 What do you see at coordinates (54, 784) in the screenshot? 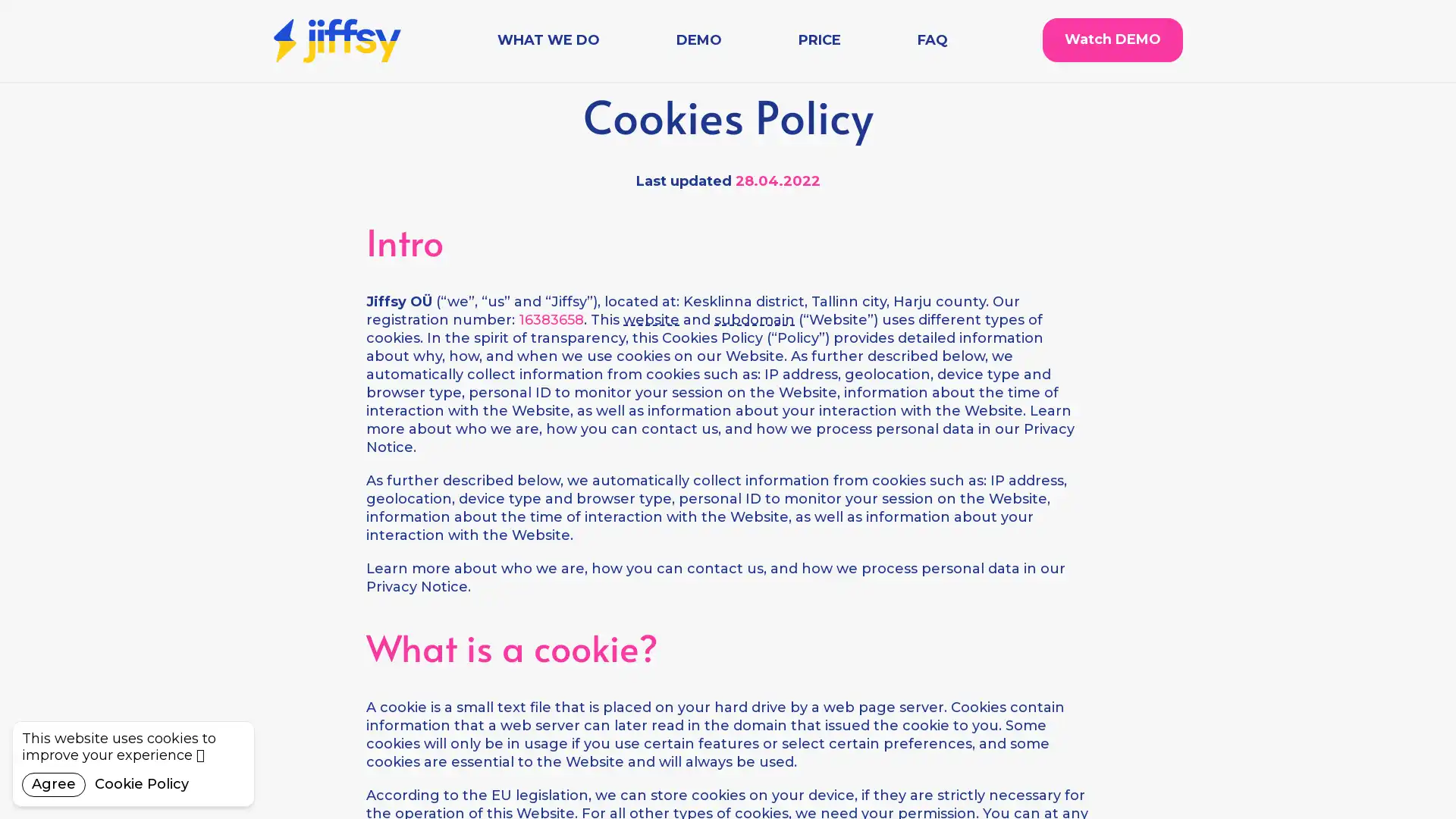
I see `Agree` at bounding box center [54, 784].